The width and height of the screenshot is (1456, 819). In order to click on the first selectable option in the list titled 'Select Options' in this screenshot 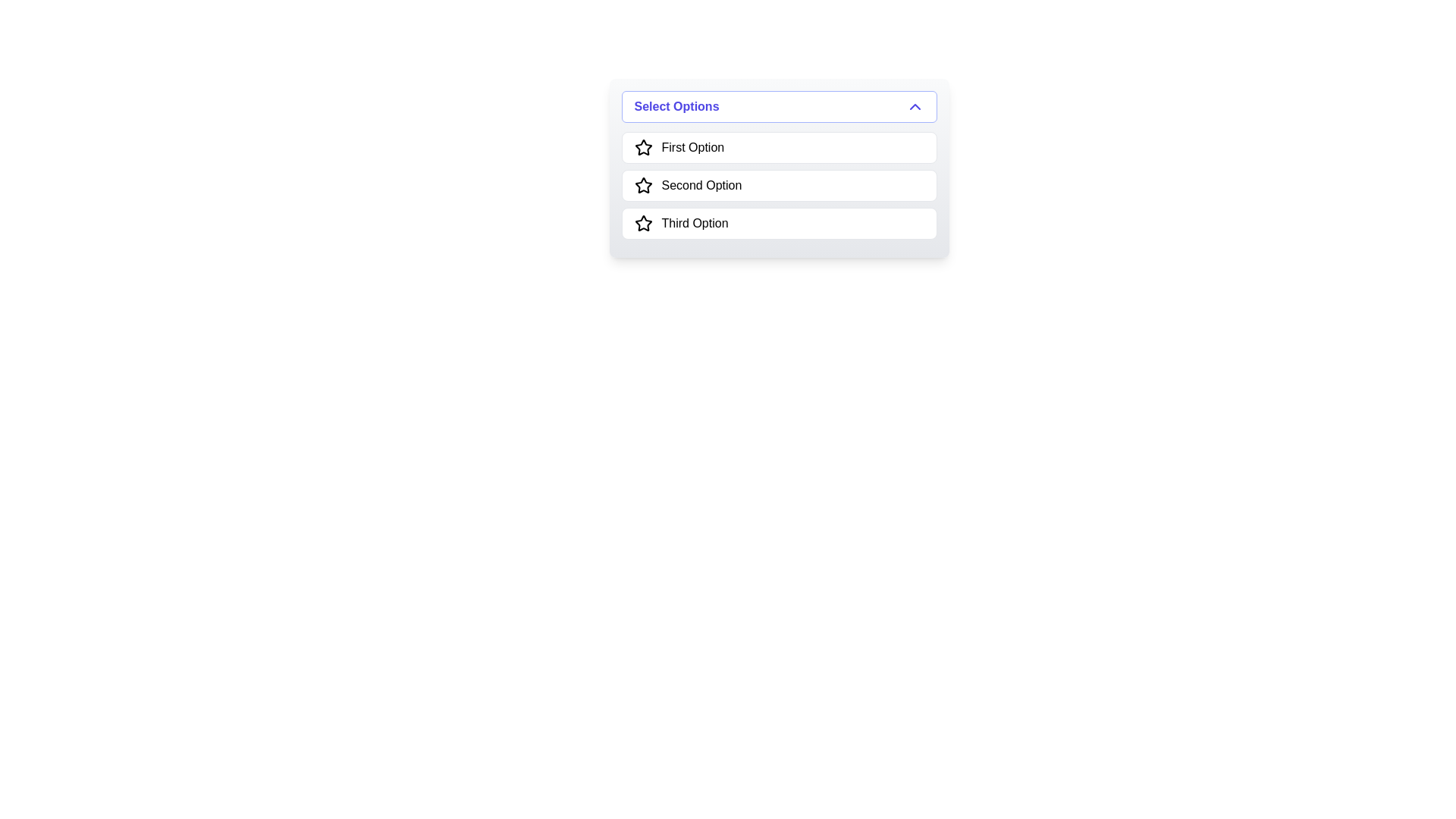, I will do `click(678, 148)`.